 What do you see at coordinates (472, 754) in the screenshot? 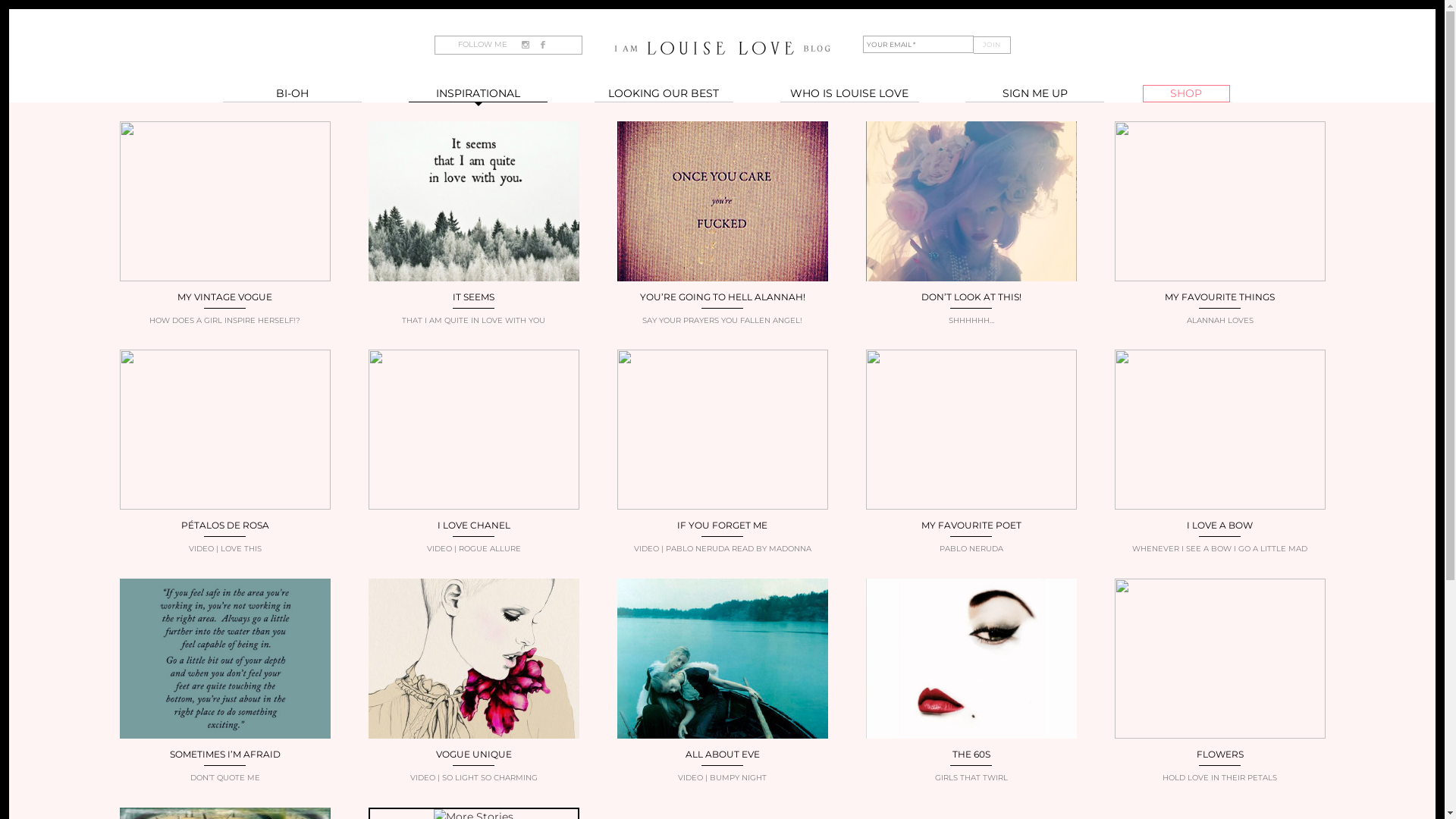
I see `'VOGUE UNIQUE'` at bounding box center [472, 754].